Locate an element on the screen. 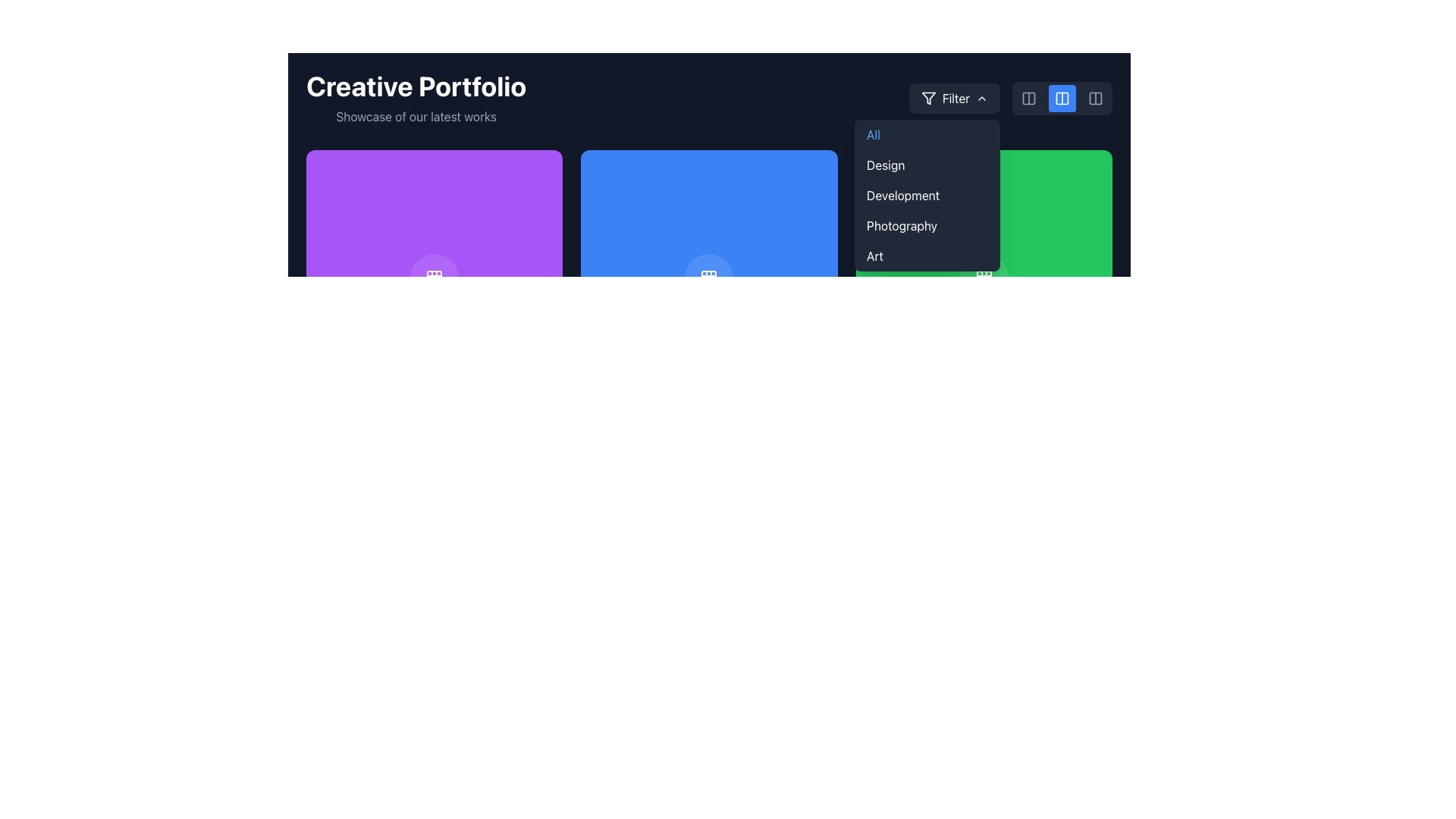  the circular icon that toggles the grid layout view is located at coordinates (434, 278).